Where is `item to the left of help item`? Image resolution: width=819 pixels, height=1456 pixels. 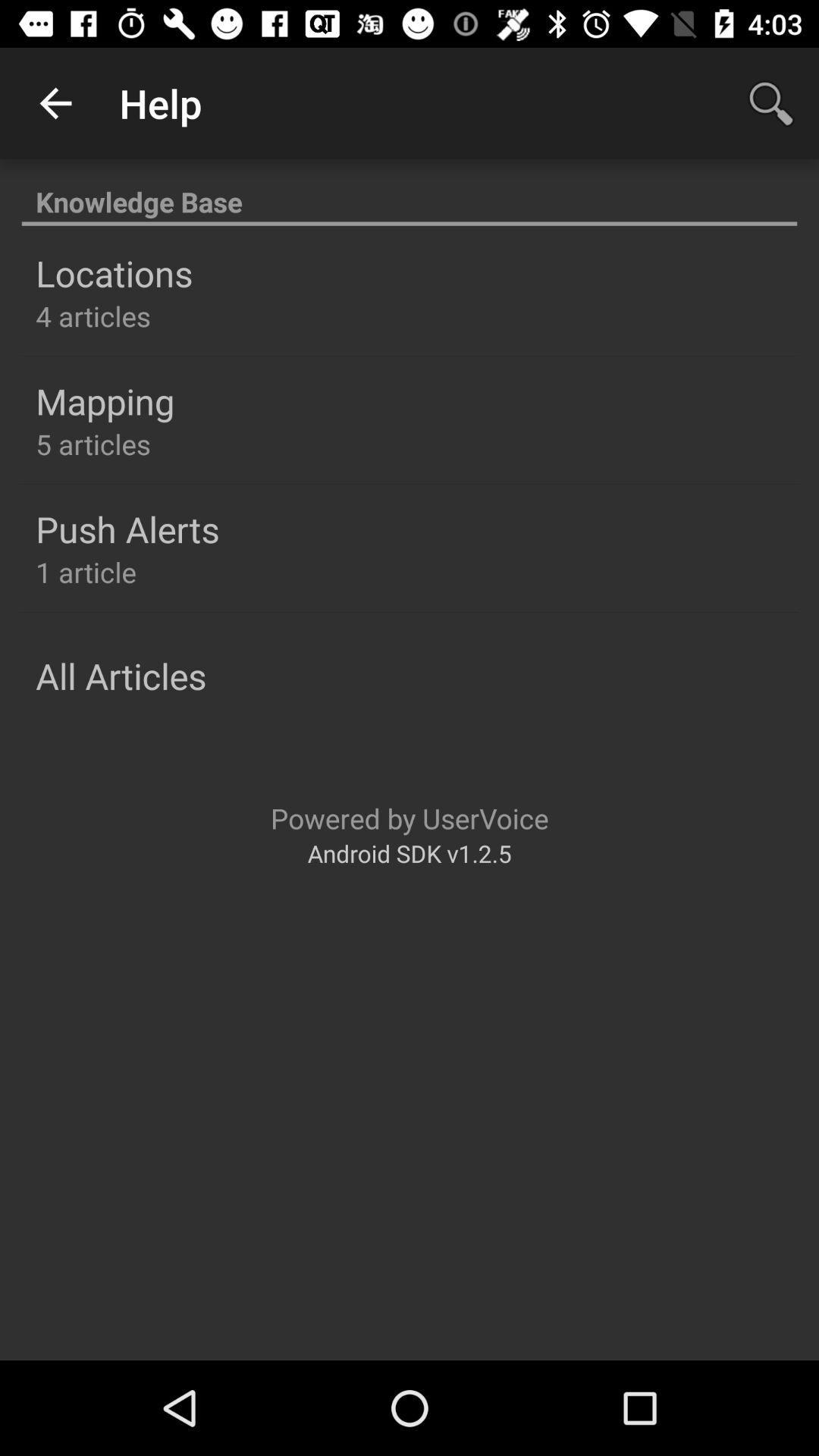
item to the left of help item is located at coordinates (55, 102).